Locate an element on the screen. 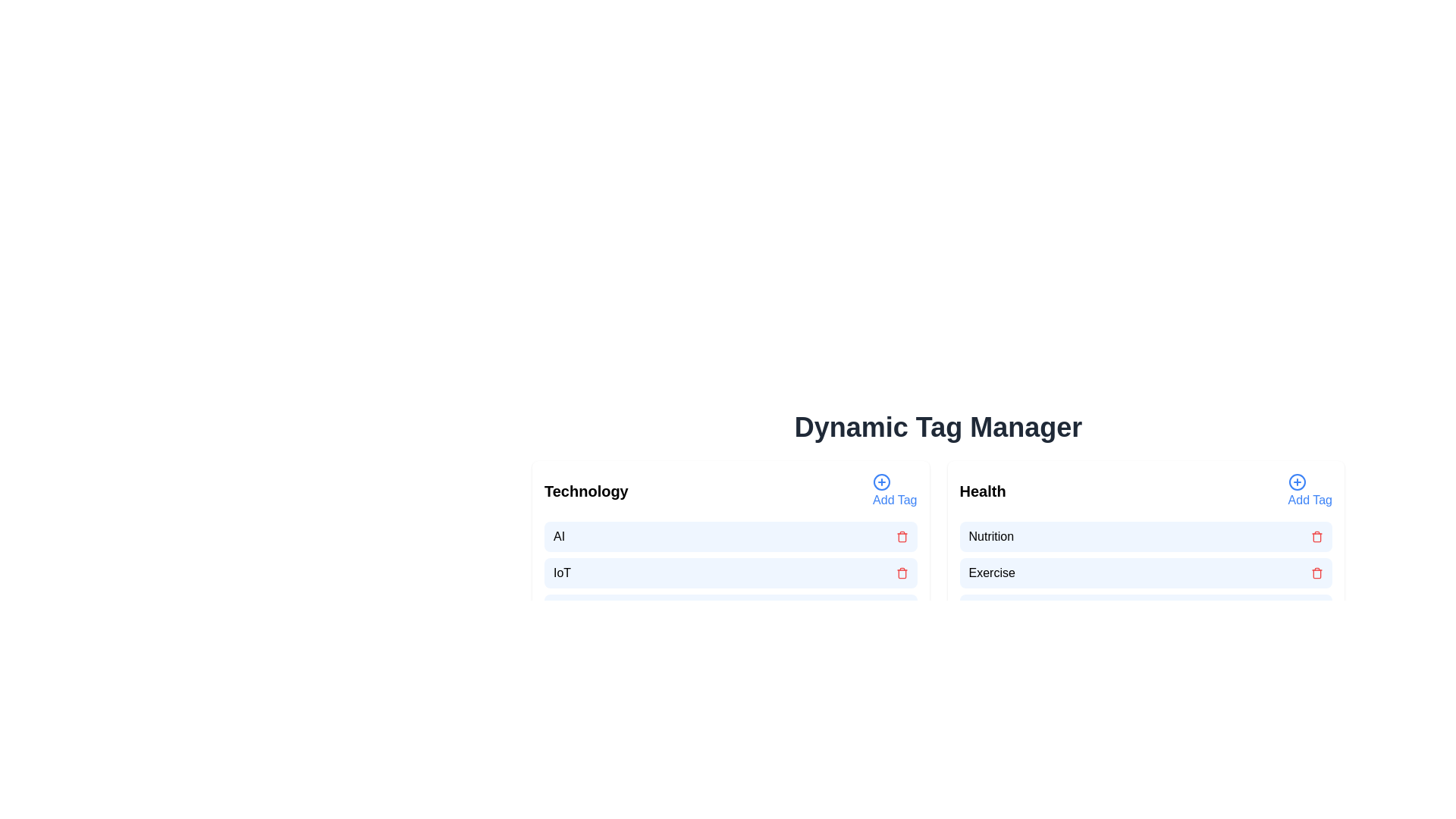  the bold text label reading 'Health' located prominently above the list items 'Nutrition' and 'Exercise' in the right-hand section under 'Dynamic Tag Manager' is located at coordinates (983, 491).